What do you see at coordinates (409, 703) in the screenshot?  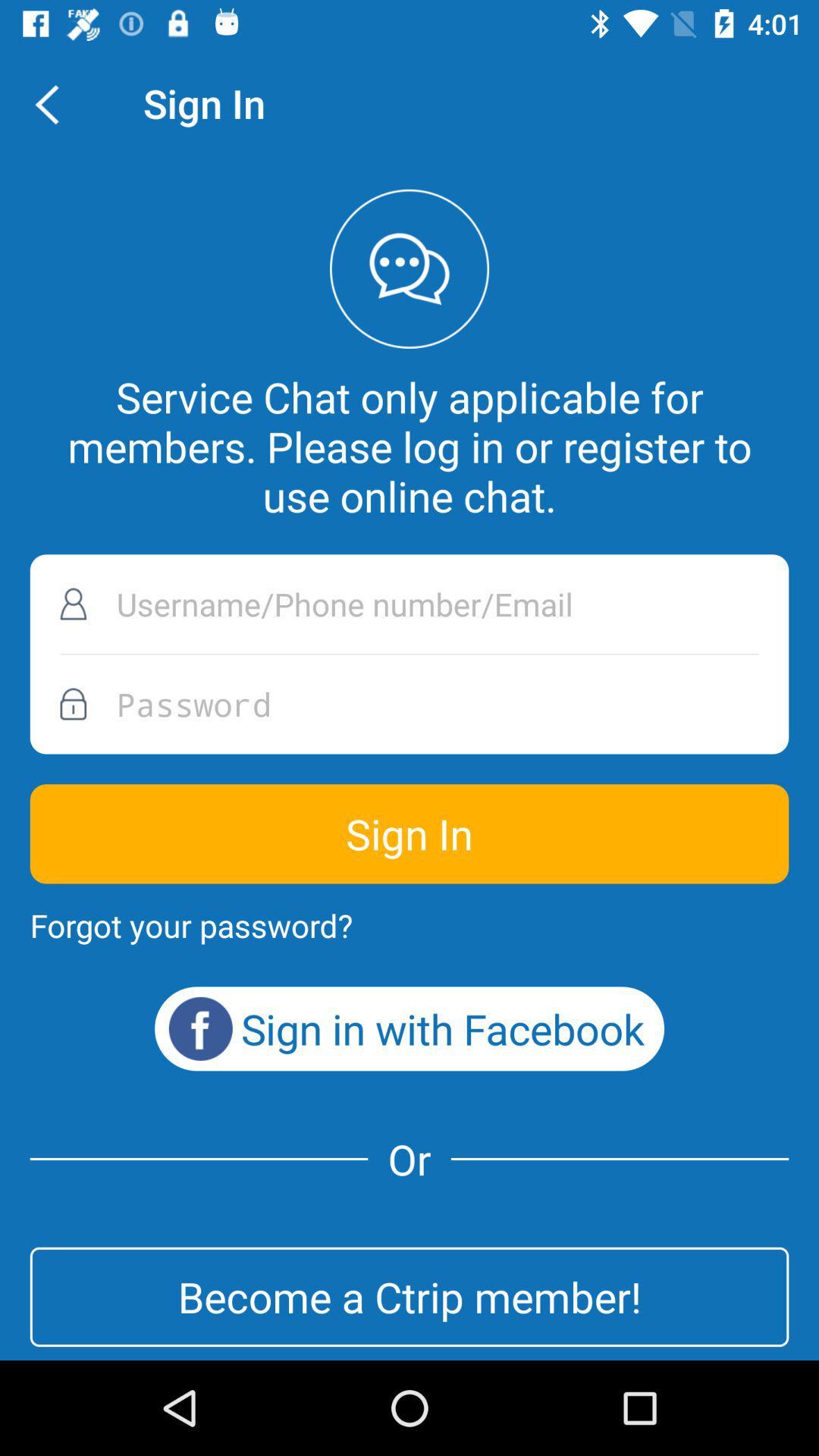 I see `password box` at bounding box center [409, 703].